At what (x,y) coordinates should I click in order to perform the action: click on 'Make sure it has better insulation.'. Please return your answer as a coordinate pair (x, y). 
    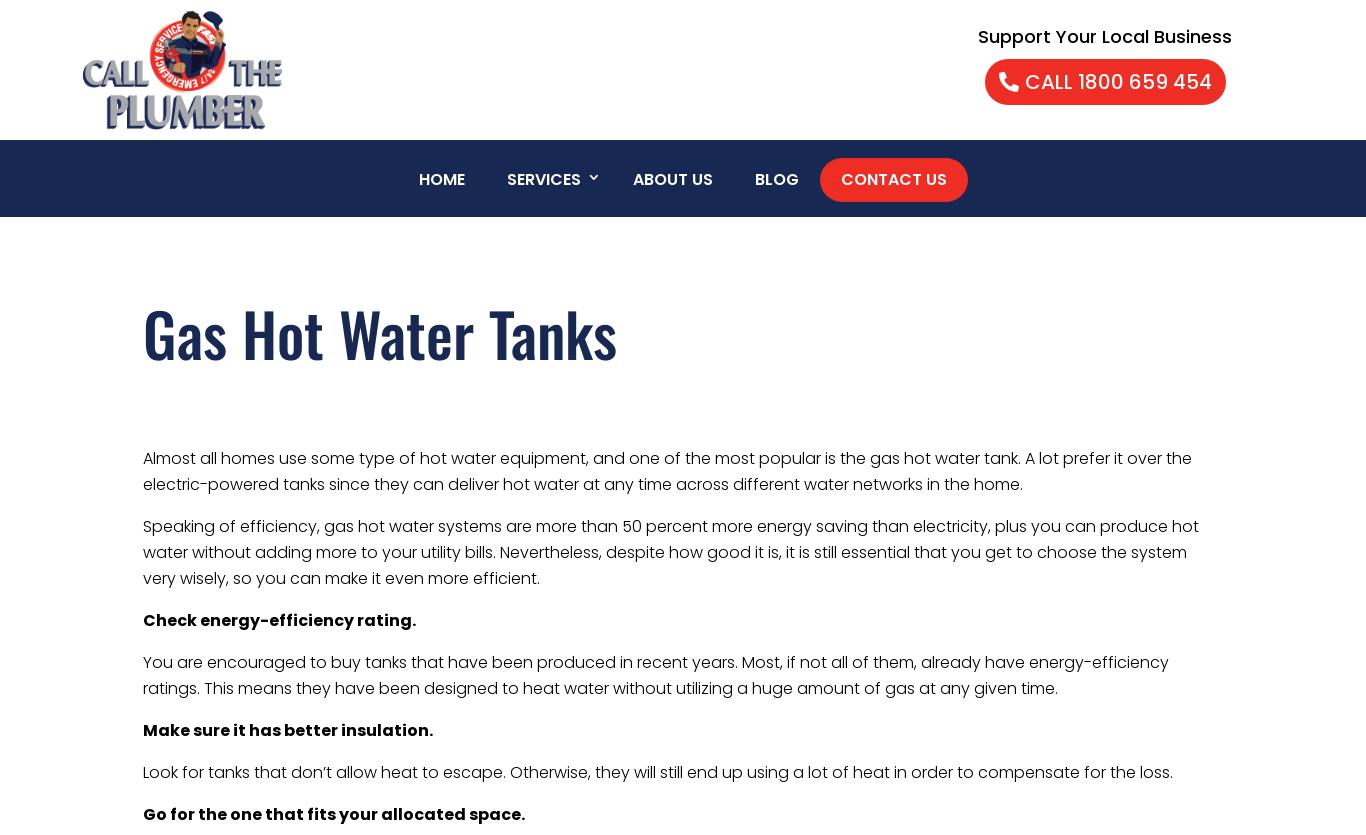
    Looking at the image, I should click on (287, 730).